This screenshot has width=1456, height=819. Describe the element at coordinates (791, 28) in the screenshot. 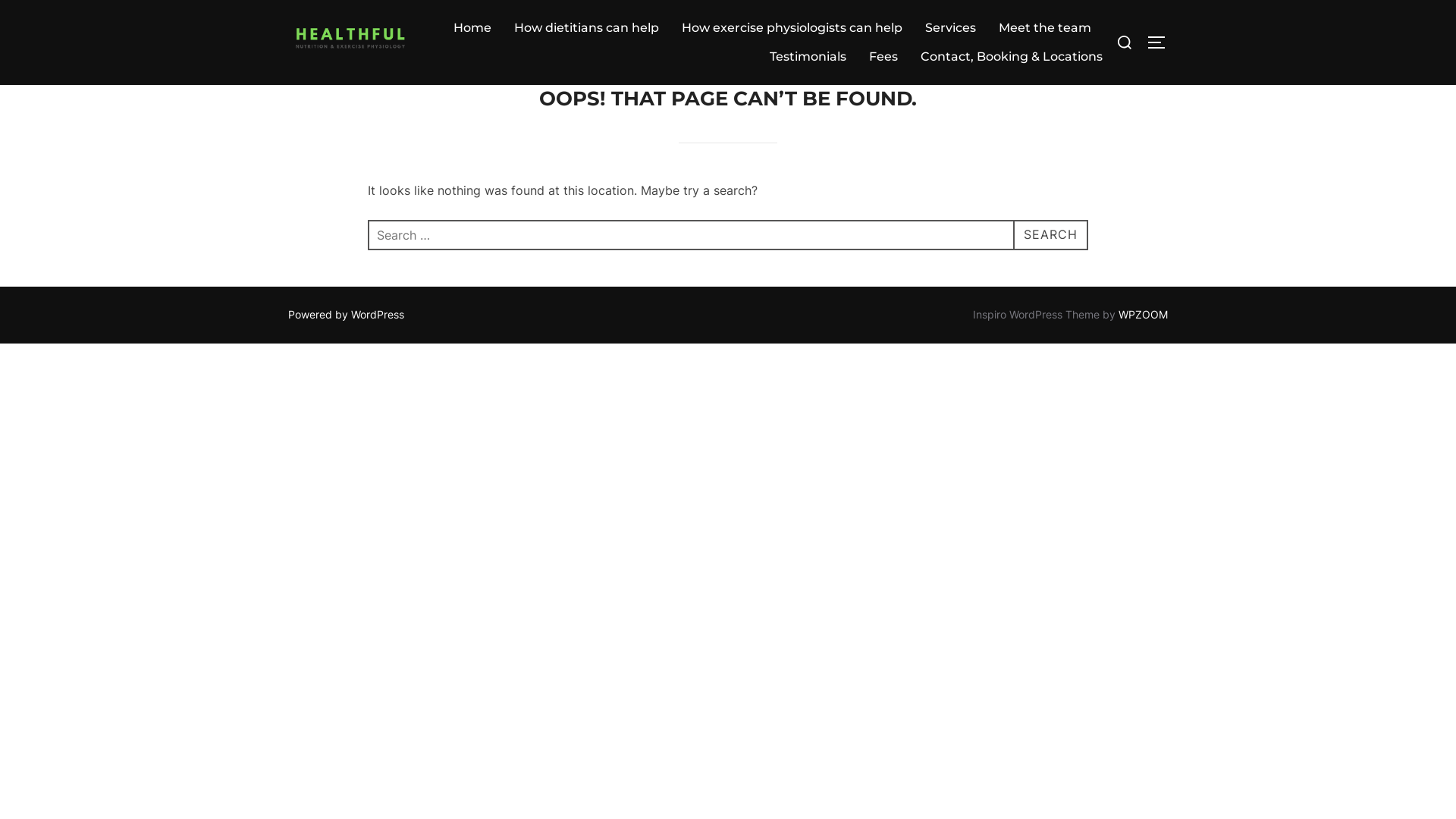

I see `'How exercise physiologists can help'` at that location.